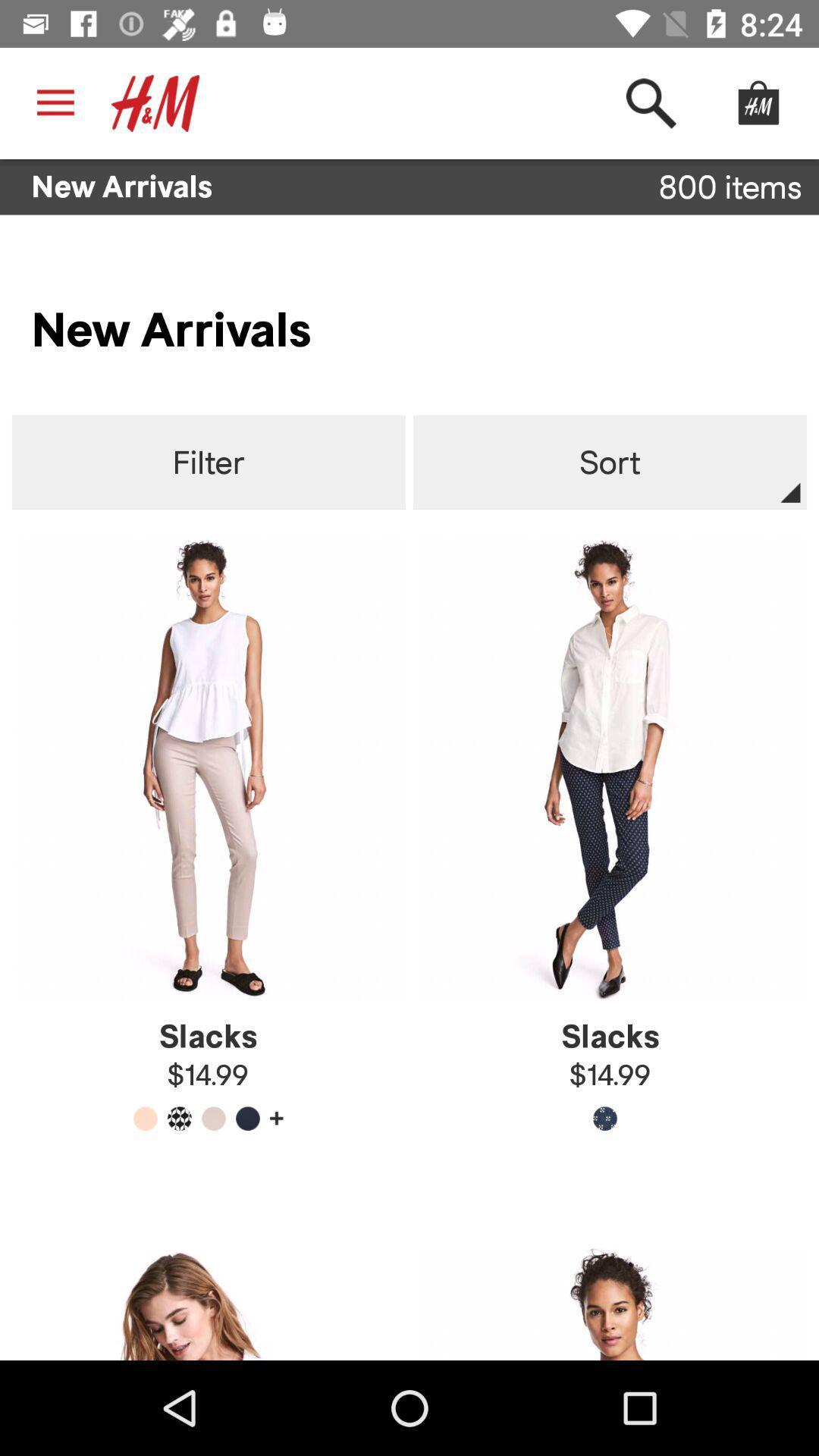  Describe the element at coordinates (209, 462) in the screenshot. I see `the filter` at that location.